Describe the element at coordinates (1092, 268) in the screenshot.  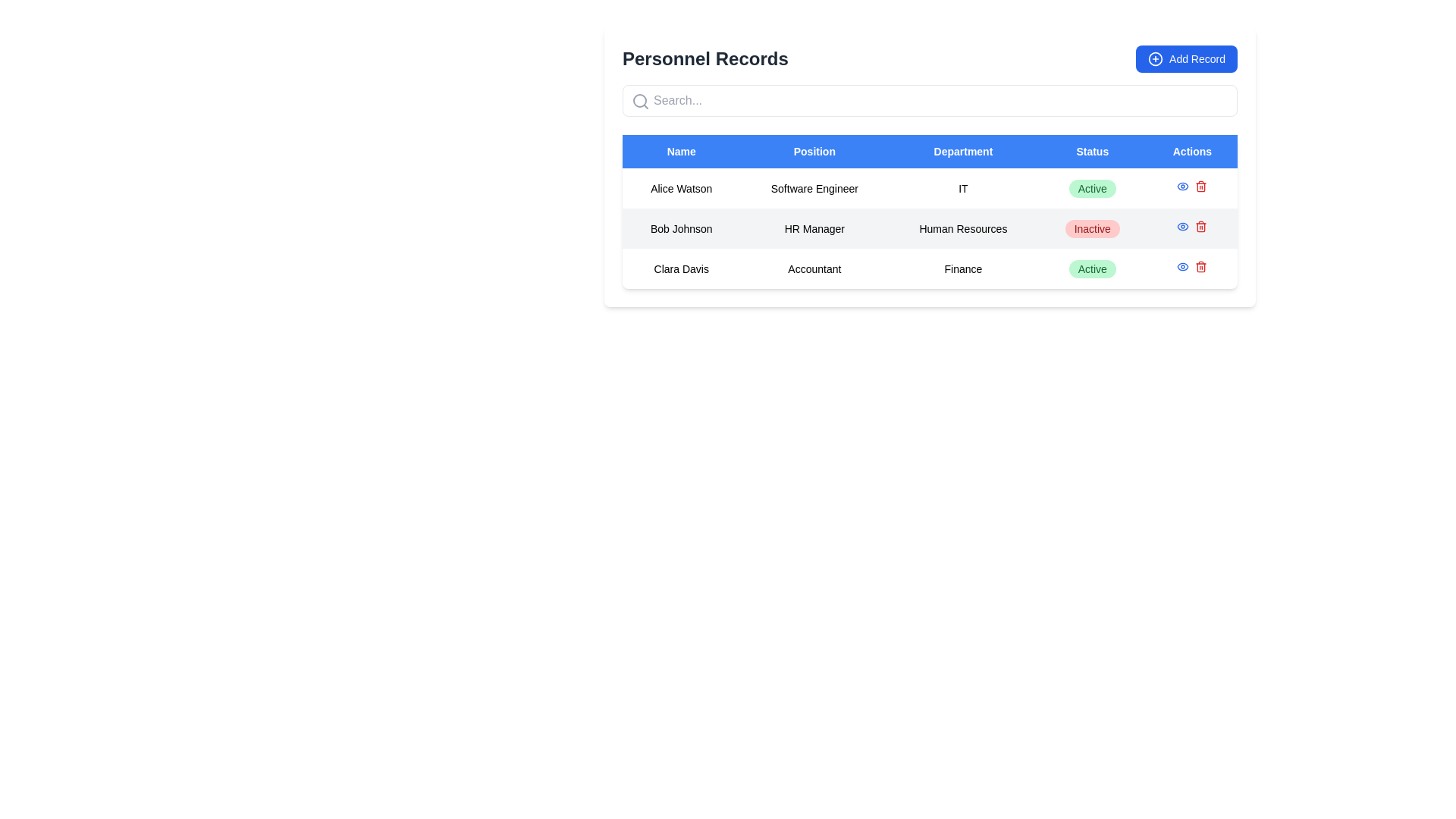
I see `the pill-shaped label with the text 'Active', which has a green background and is located in the 'Status' column of the last row in the 'Personnel Records' table` at that location.